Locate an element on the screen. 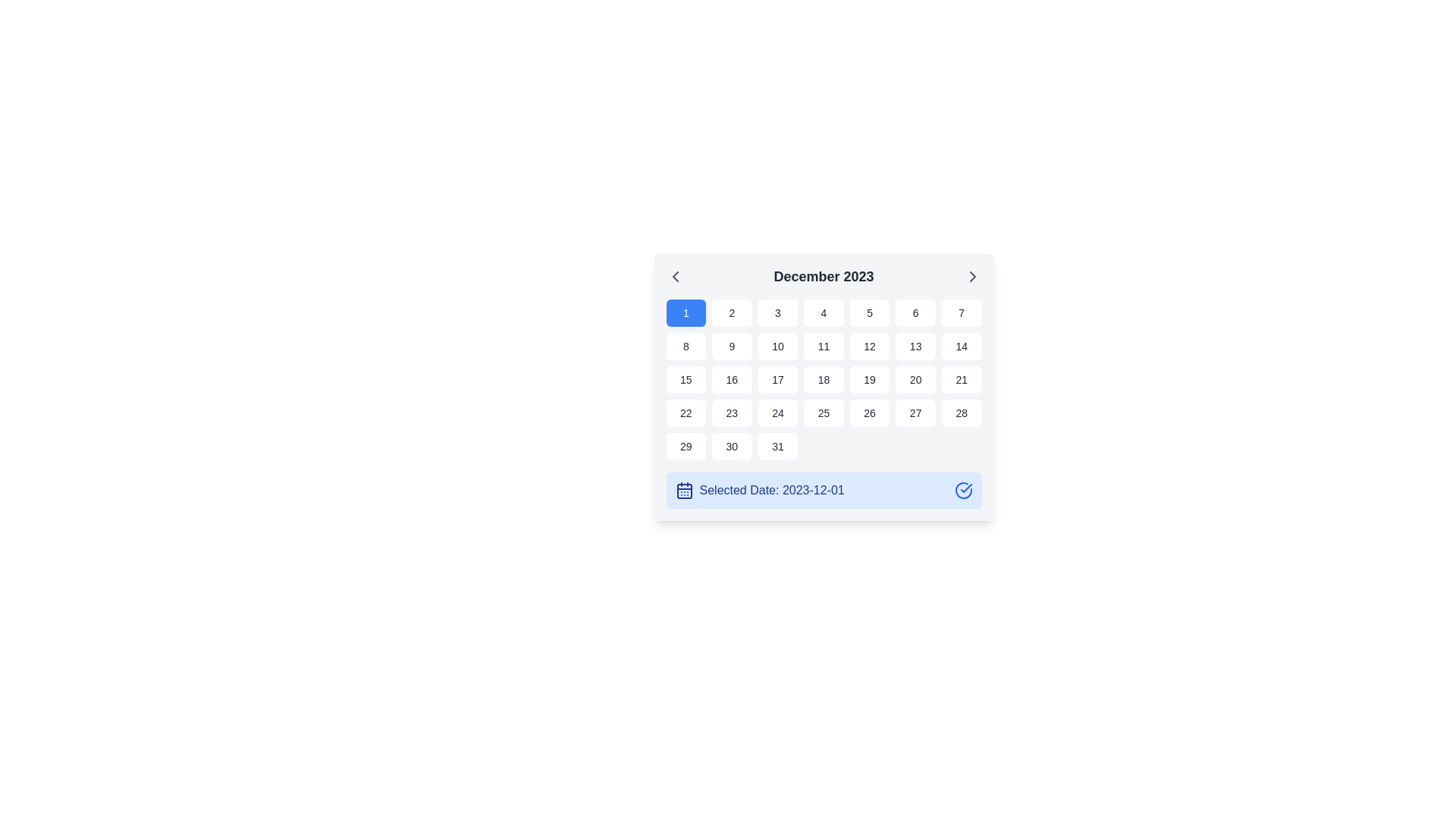  the interactive calendar day tile representing the 21st day of December 2023 is located at coordinates (960, 379).